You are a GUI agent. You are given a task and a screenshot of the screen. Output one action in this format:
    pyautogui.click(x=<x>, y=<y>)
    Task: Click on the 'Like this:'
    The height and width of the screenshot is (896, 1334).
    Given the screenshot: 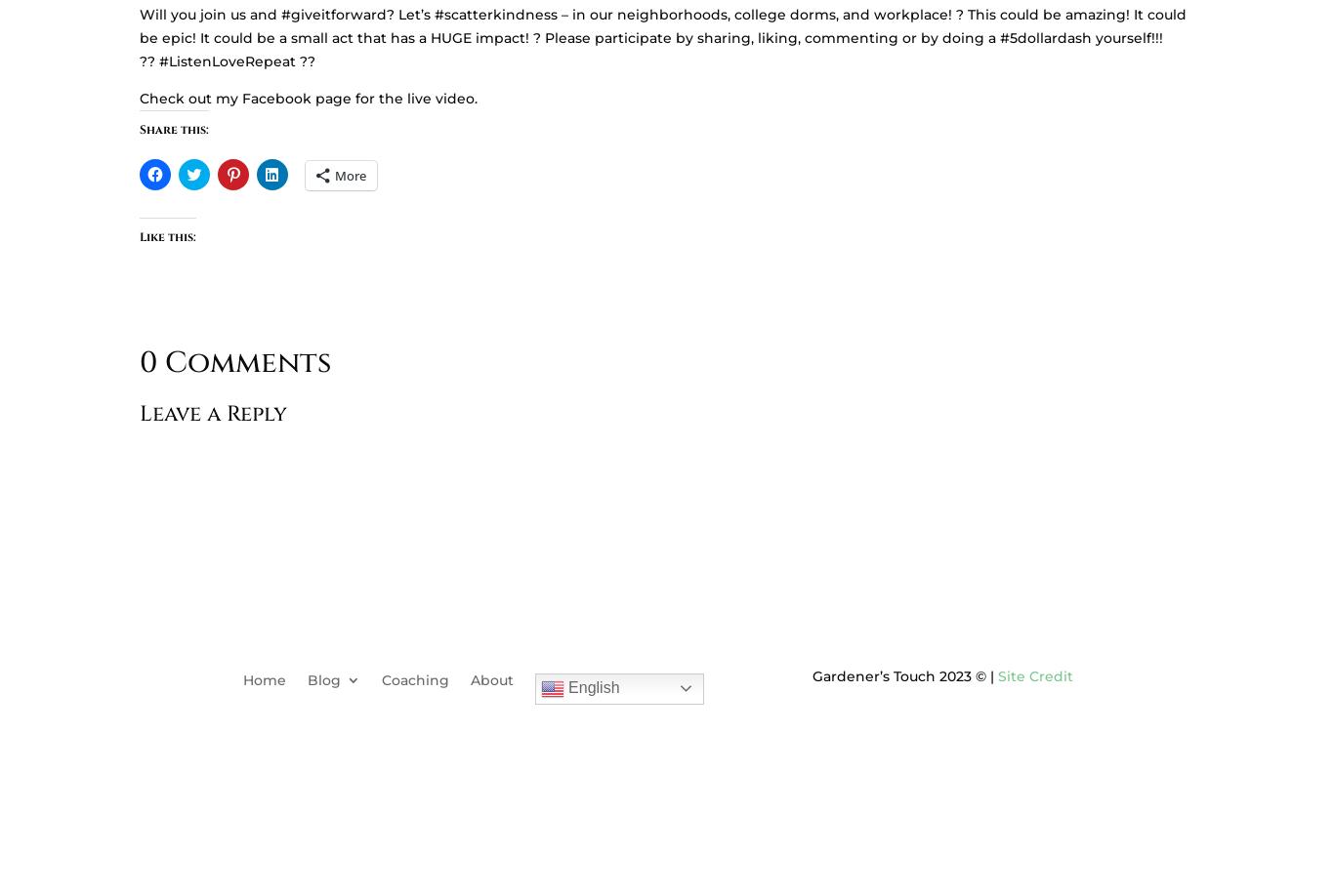 What is the action you would take?
    pyautogui.click(x=166, y=234)
    